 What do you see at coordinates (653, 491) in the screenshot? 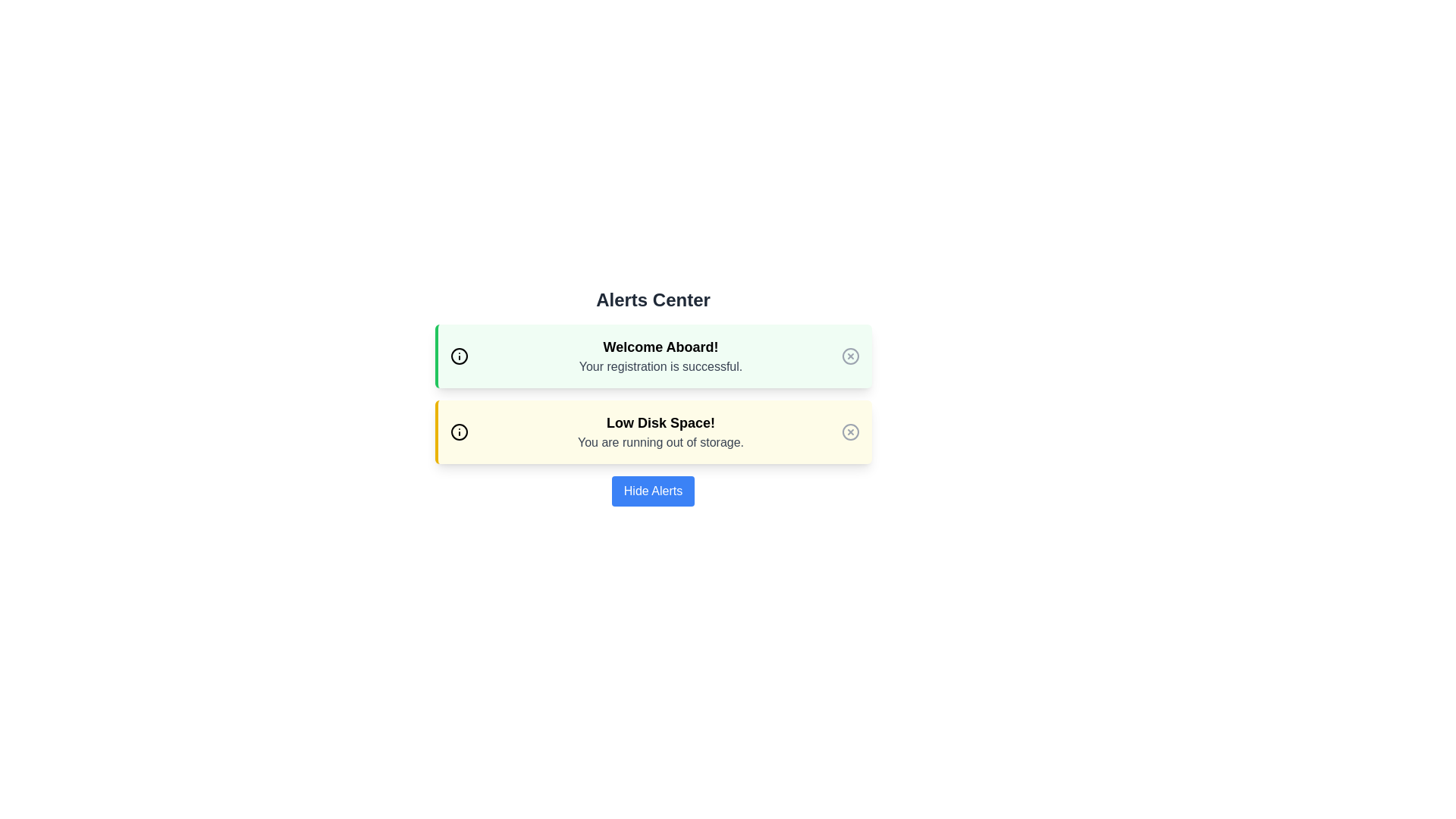
I see `the 'Hide Alerts' button, which is a rectangular button with rounded corners, blue background, and white text, located below the 'Low Disk Space!' alert box` at bounding box center [653, 491].